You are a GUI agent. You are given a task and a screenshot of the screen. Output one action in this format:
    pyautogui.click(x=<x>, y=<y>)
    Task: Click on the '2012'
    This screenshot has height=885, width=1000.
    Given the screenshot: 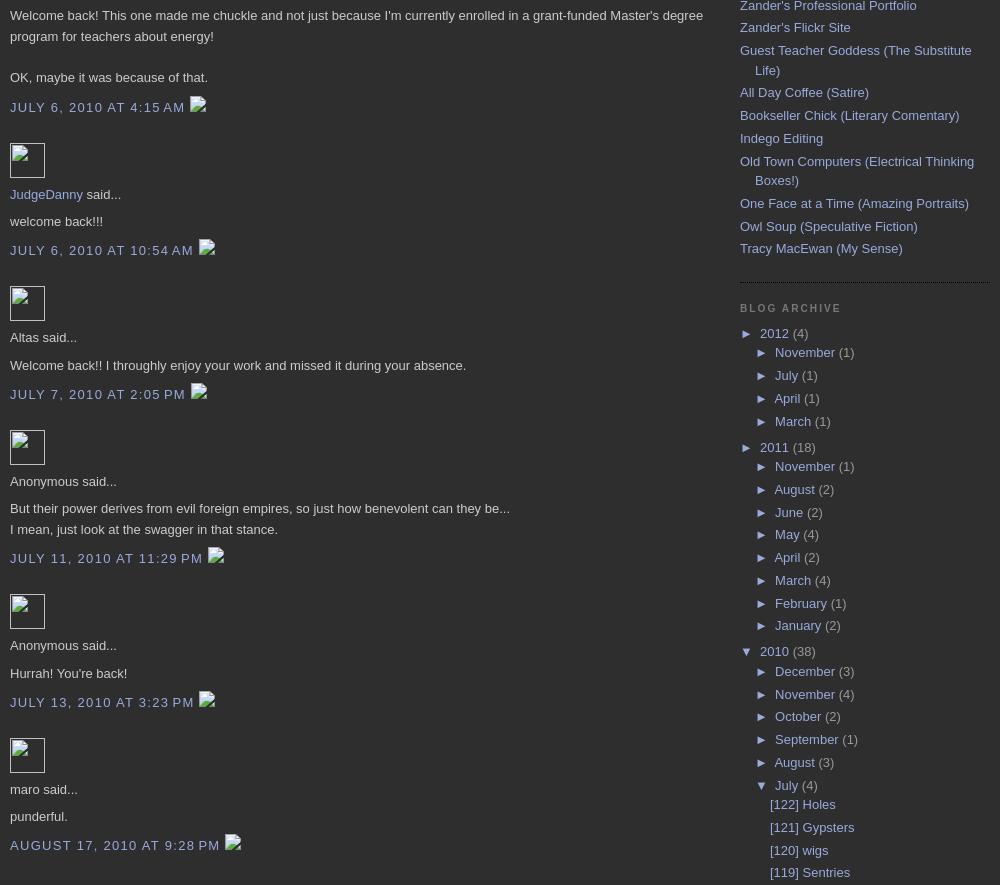 What is the action you would take?
    pyautogui.click(x=776, y=332)
    